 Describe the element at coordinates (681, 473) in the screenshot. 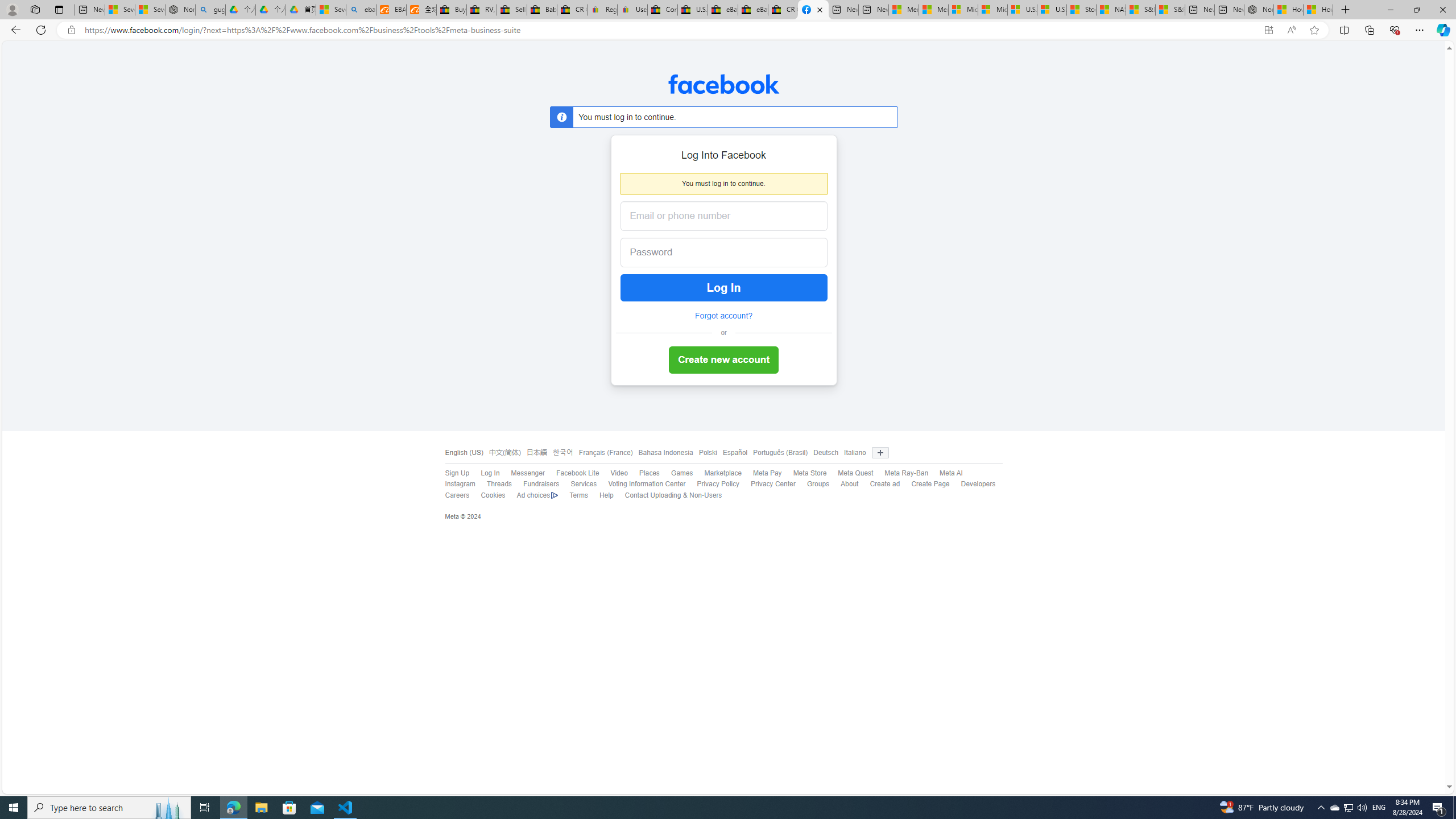

I see `'Games'` at that location.